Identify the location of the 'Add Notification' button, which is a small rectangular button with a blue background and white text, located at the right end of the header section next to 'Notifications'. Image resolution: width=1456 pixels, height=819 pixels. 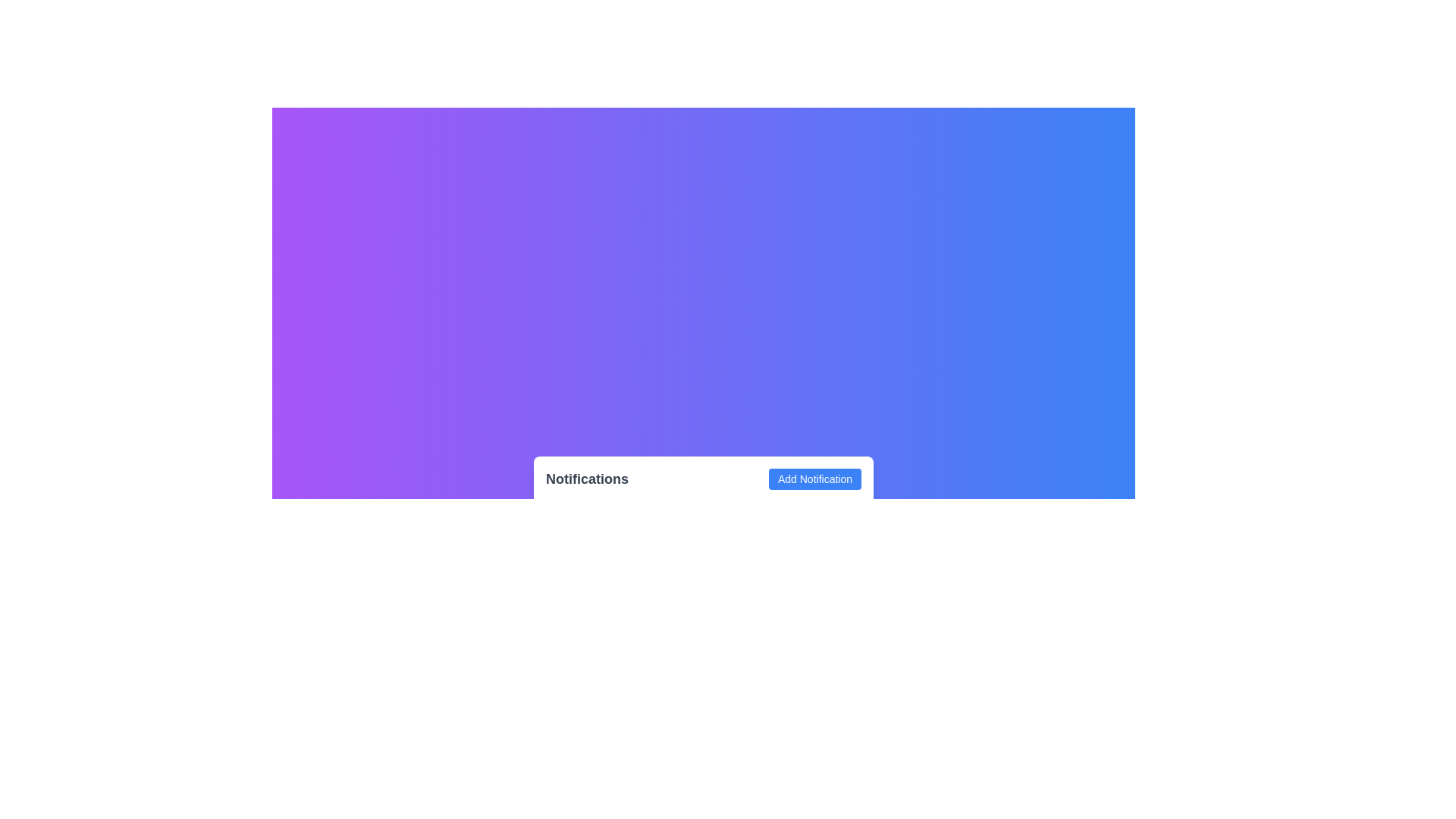
(814, 479).